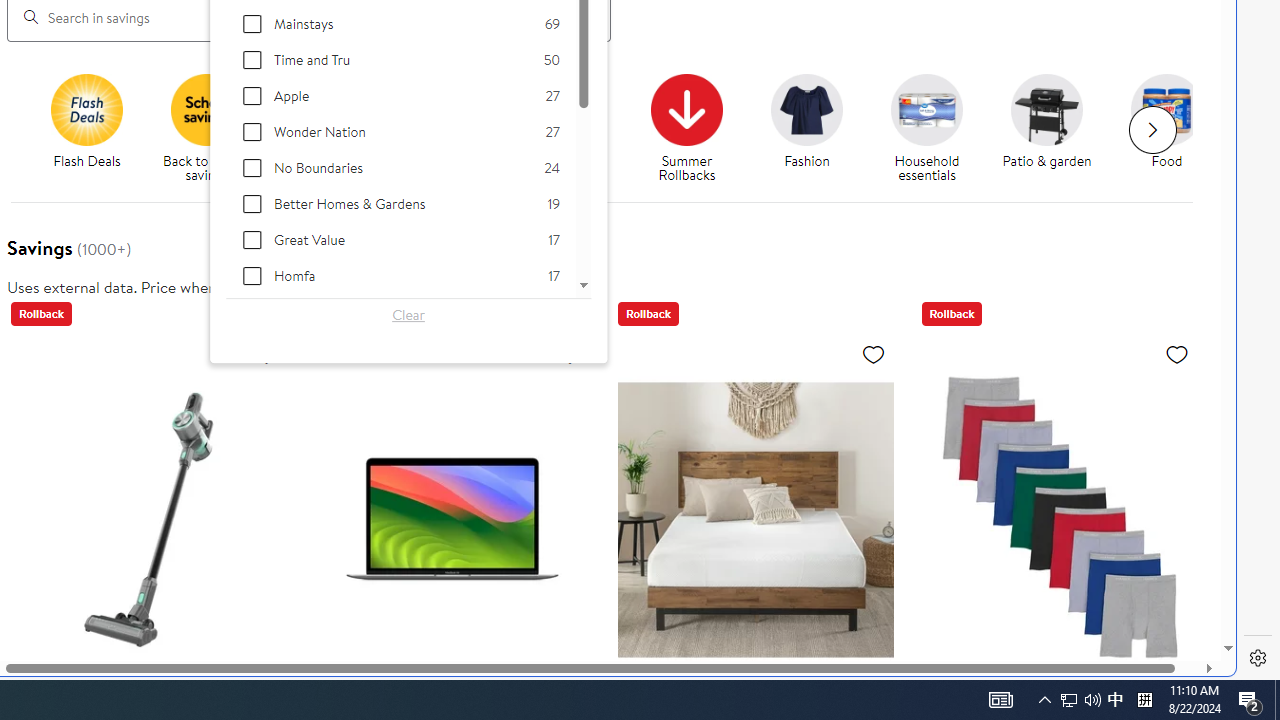 This screenshot has width=1280, height=720. I want to click on 'Summer Rollbacks', so click(695, 129).